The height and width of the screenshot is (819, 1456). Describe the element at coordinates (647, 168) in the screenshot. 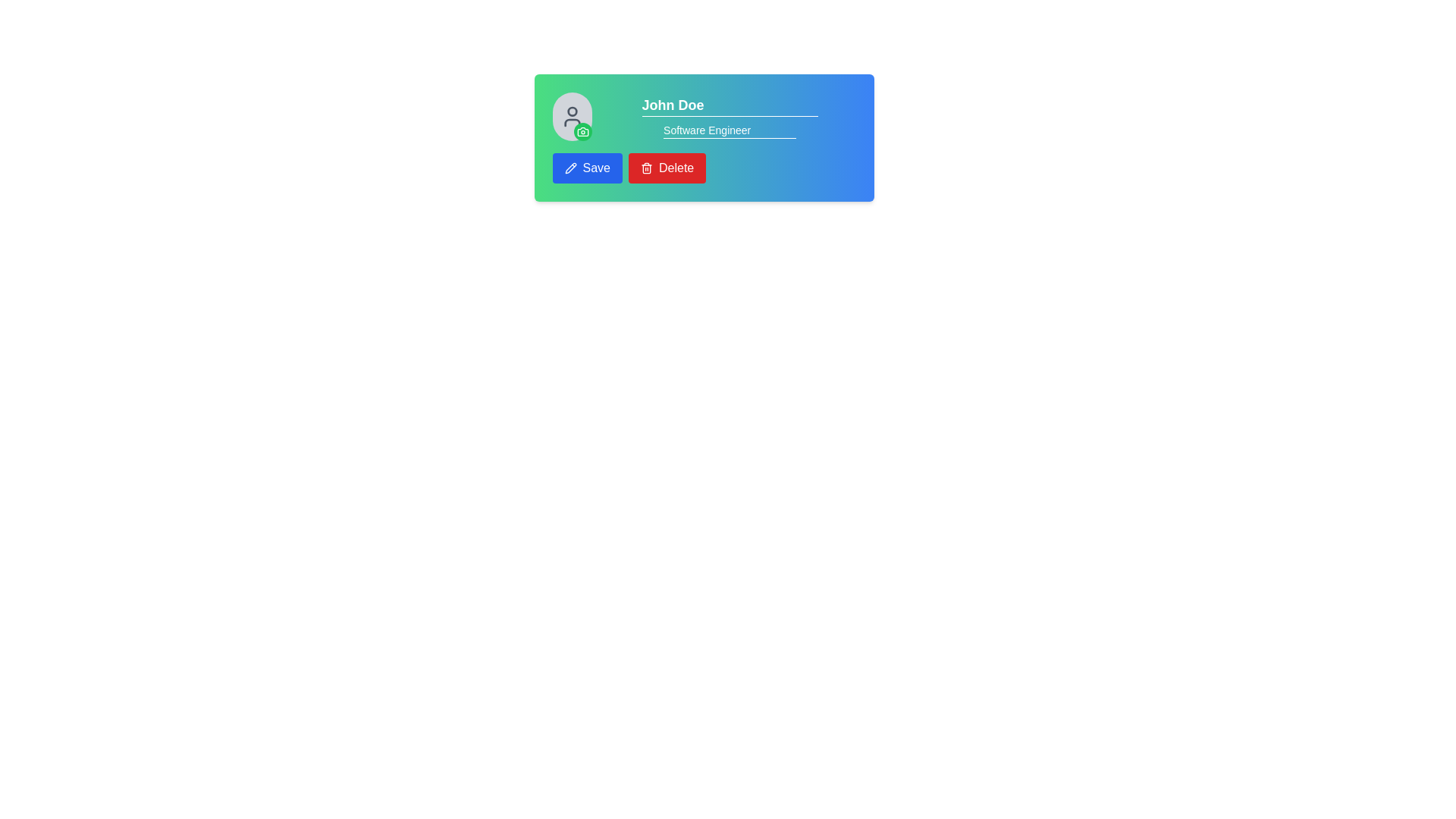

I see `the trash can icon with a red background located inside the rounded red button labeled 'Delete'` at that location.